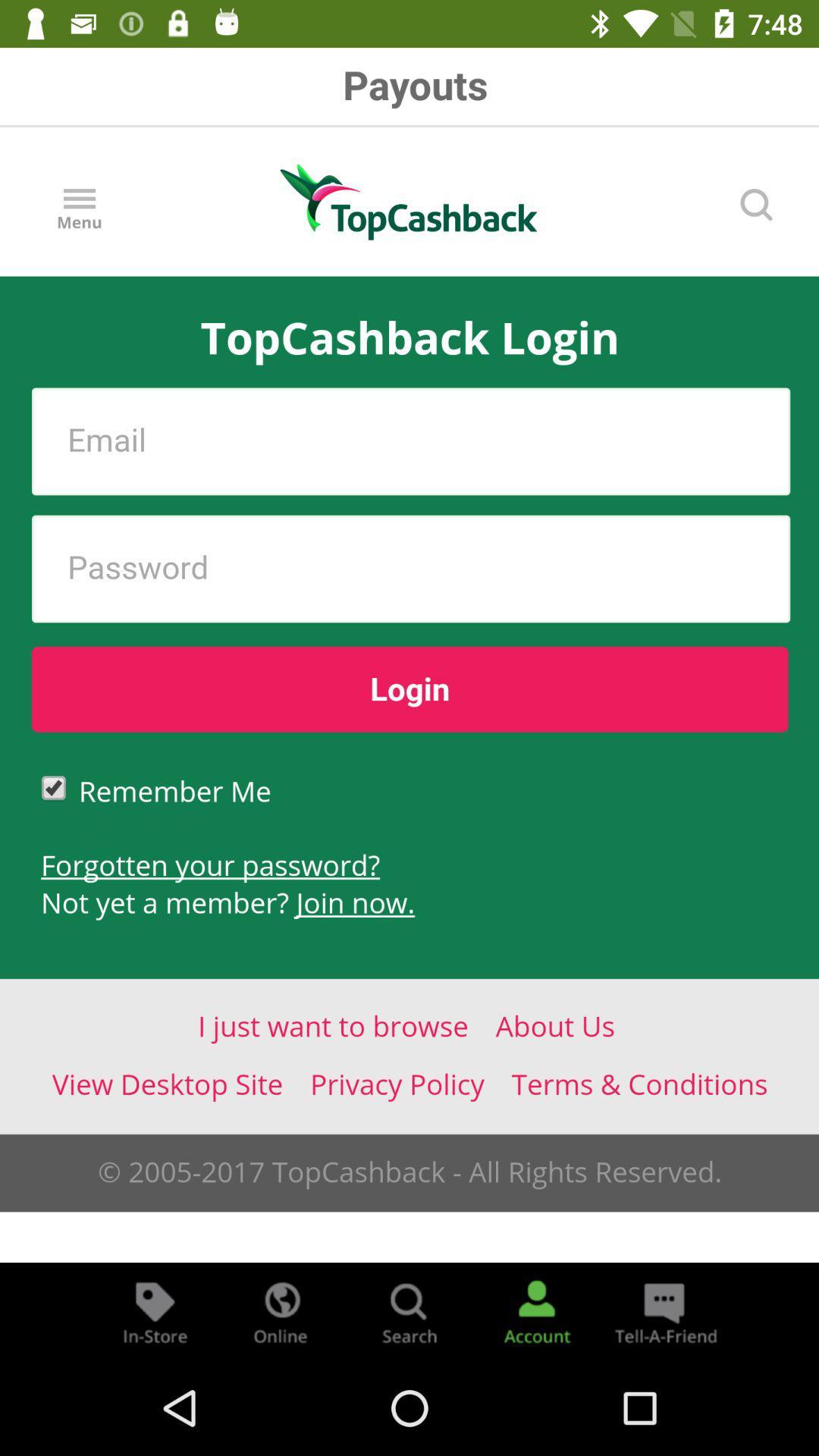  Describe the element at coordinates (663, 1310) in the screenshot. I see `write message` at that location.